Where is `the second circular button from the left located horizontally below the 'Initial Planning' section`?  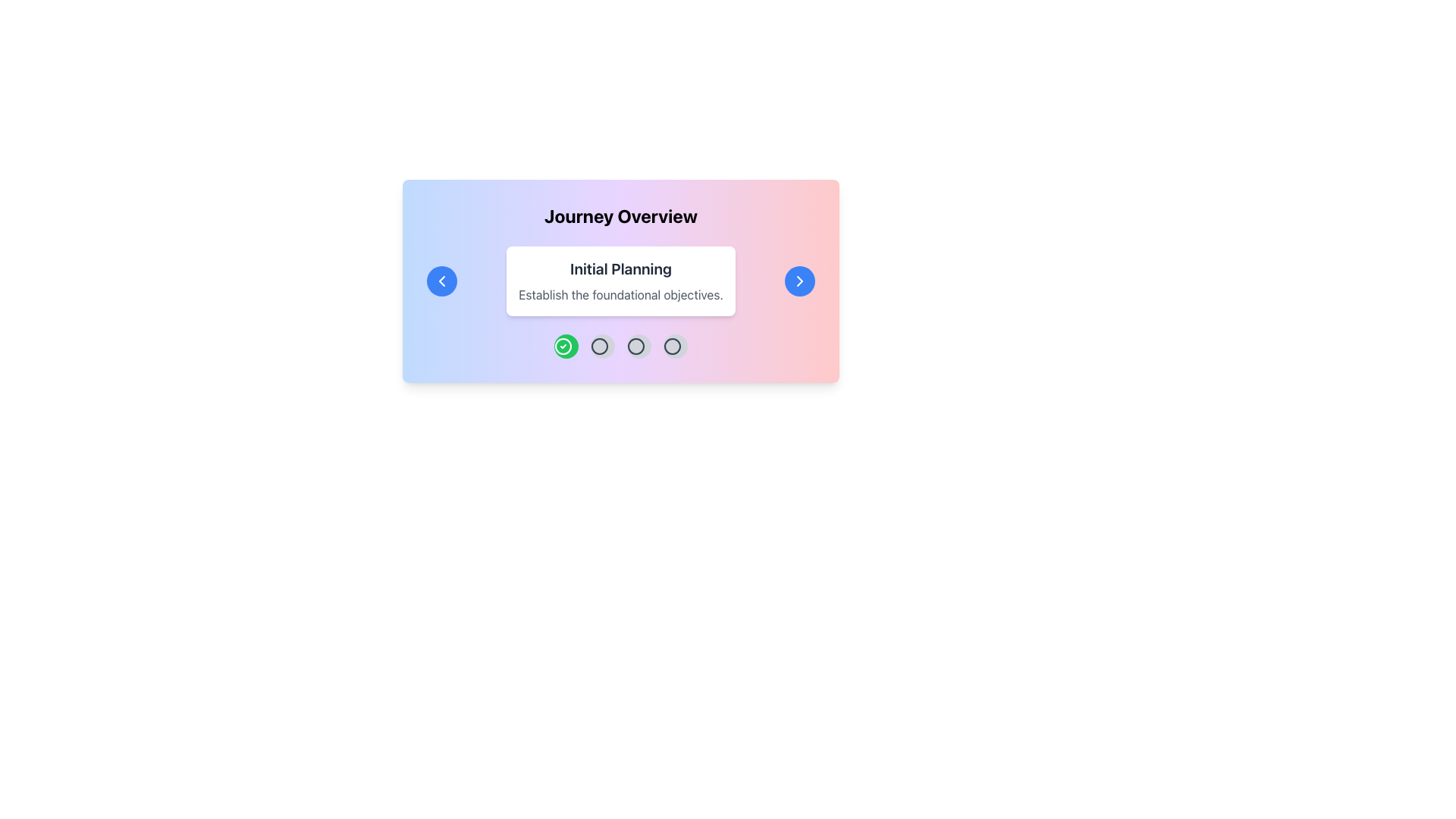 the second circular button from the left located horizontally below the 'Initial Planning' section is located at coordinates (602, 346).